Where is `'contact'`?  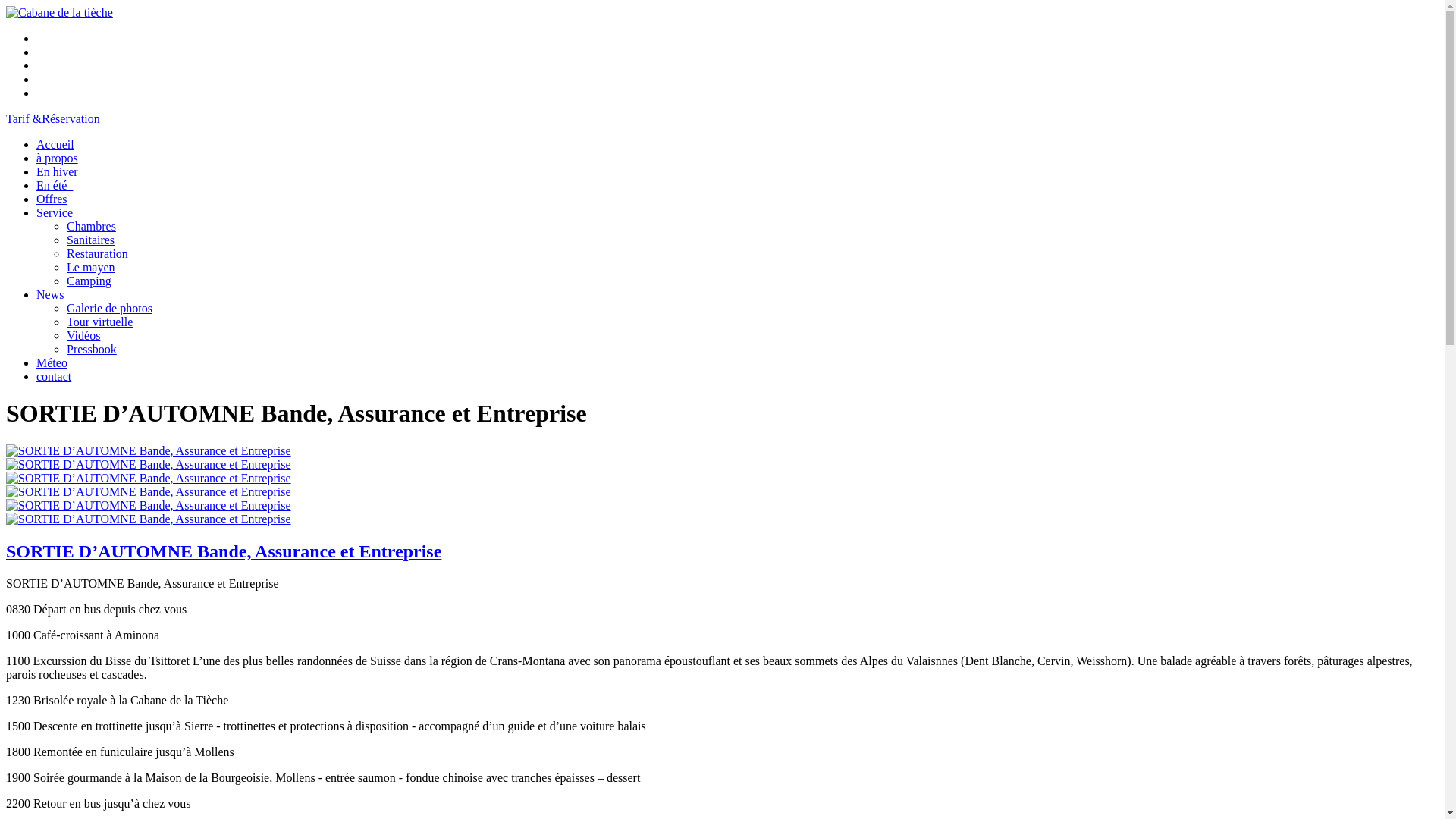 'contact' is located at coordinates (36, 375).